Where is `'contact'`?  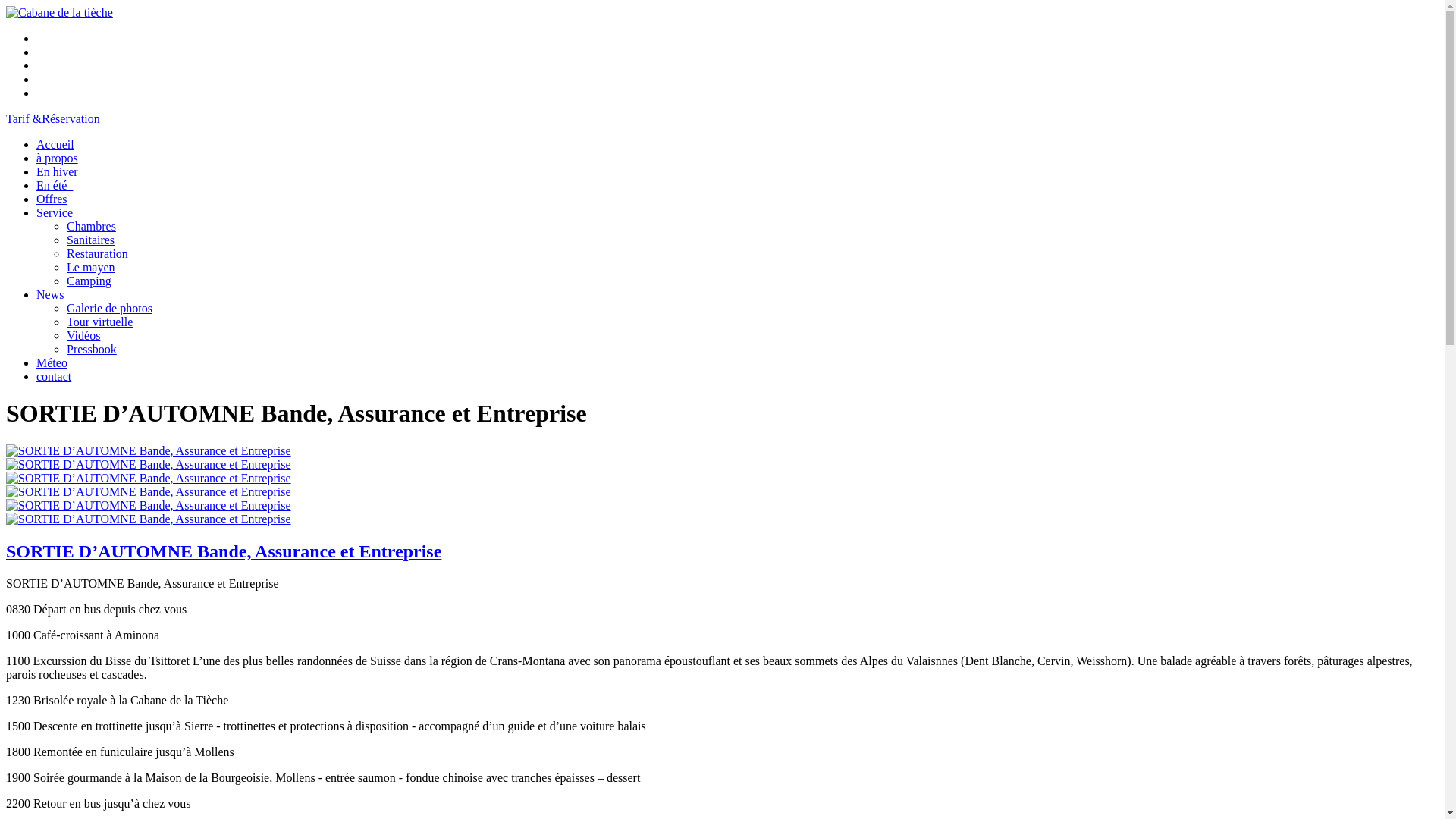 'contact' is located at coordinates (36, 375).